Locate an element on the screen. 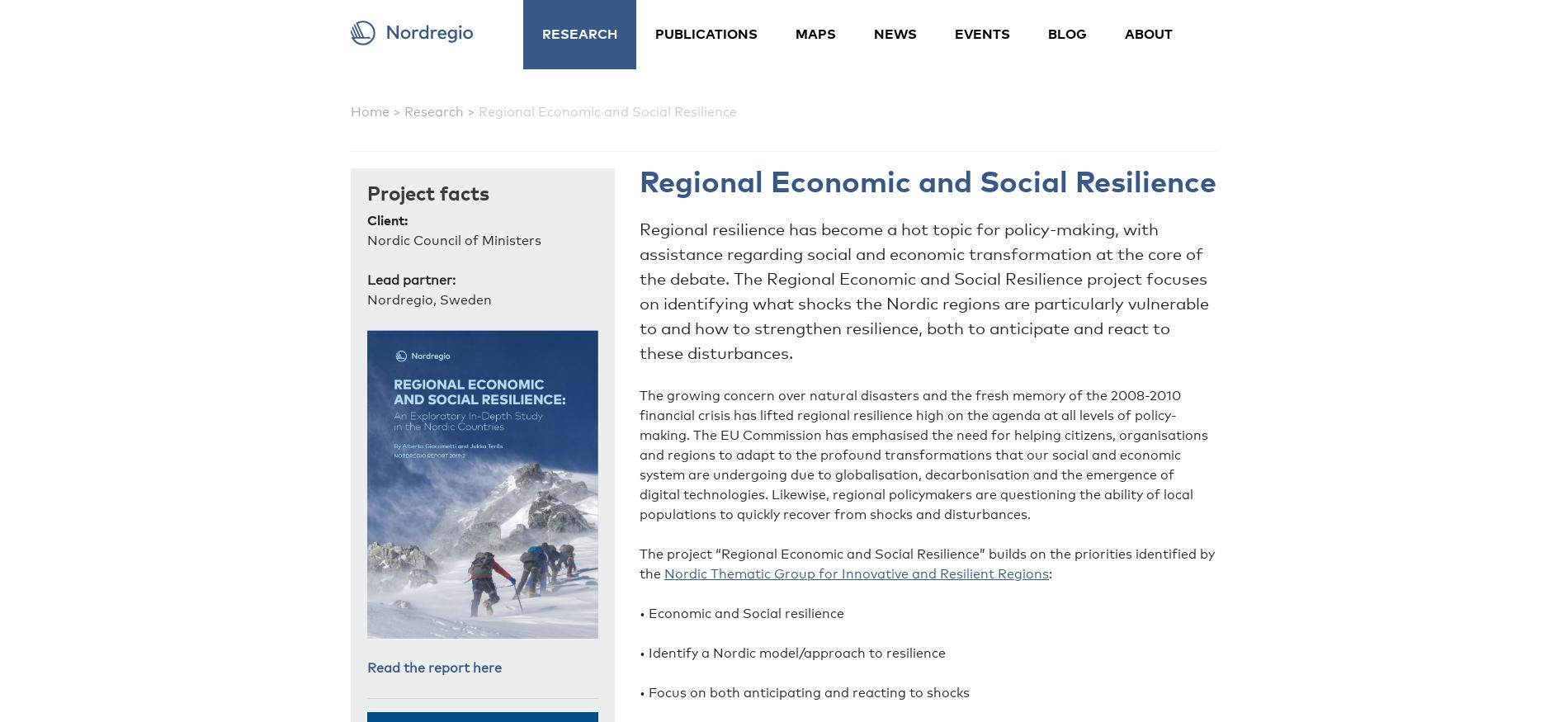 This screenshot has width=1568, height=722. 'The project “Regional Economic and Social Resilience” builds on the priorities identified by the' is located at coordinates (927, 563).